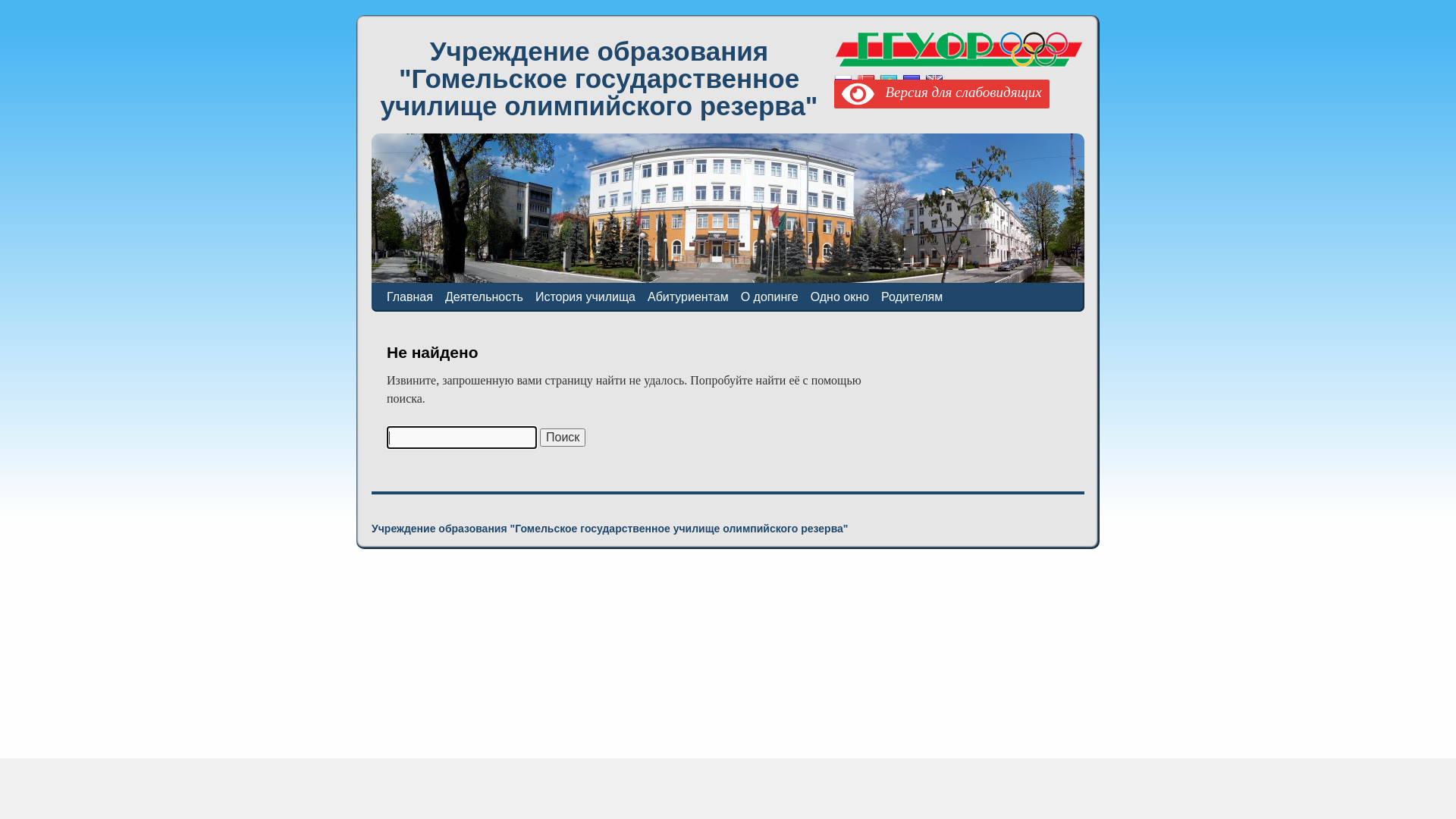 Image resolution: width=1456 pixels, height=819 pixels. What do you see at coordinates (902, 82) in the screenshot?
I see `'Ukrainian'` at bounding box center [902, 82].